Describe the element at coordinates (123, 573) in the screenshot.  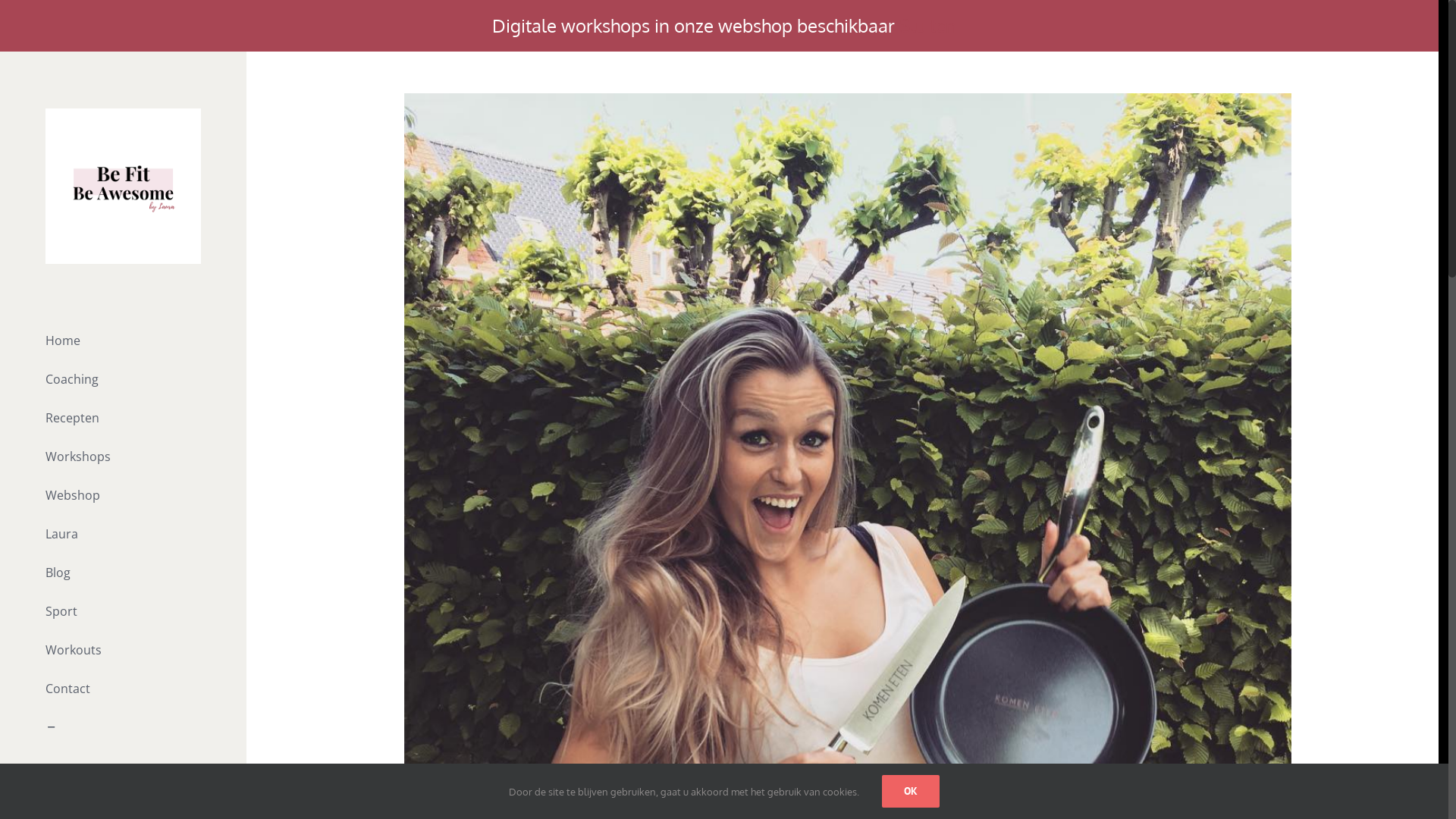
I see `'Blog'` at that location.